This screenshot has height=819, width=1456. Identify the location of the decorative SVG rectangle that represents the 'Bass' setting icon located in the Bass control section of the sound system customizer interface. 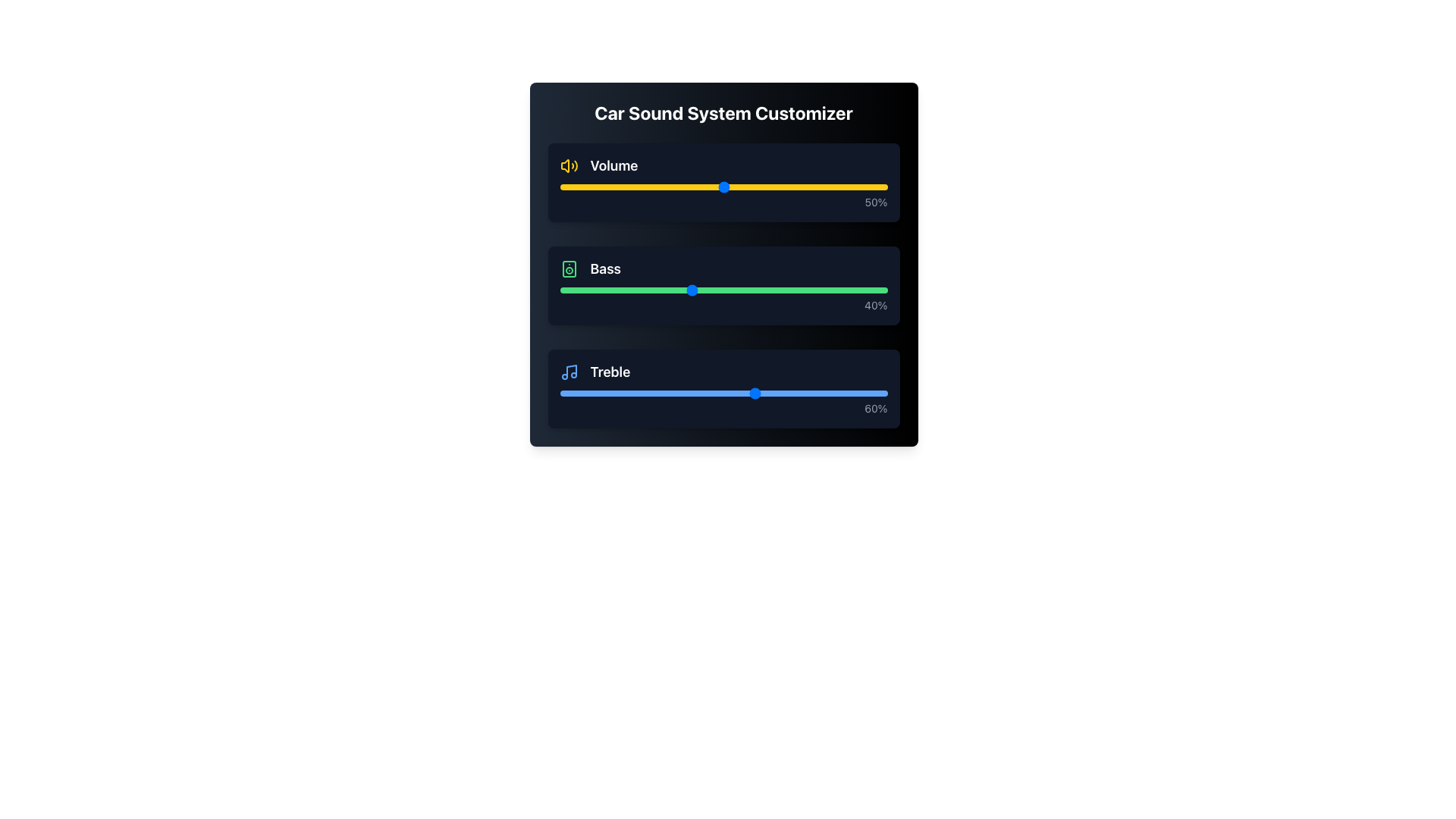
(568, 268).